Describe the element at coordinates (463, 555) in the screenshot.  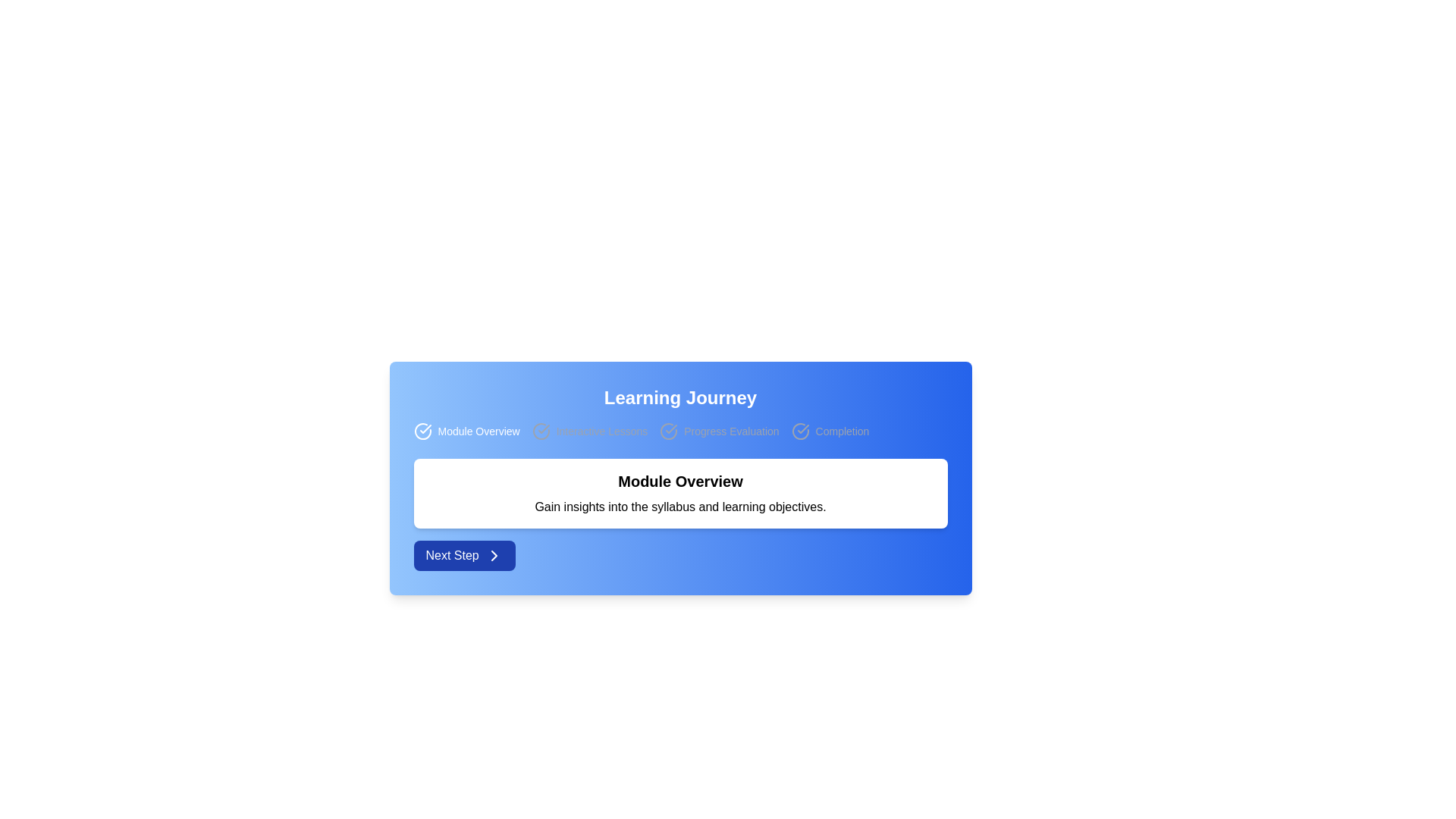
I see `the blue rectangular button labeled 'Next Step' with white text and a rightward pointing arrow icon to proceed` at that location.